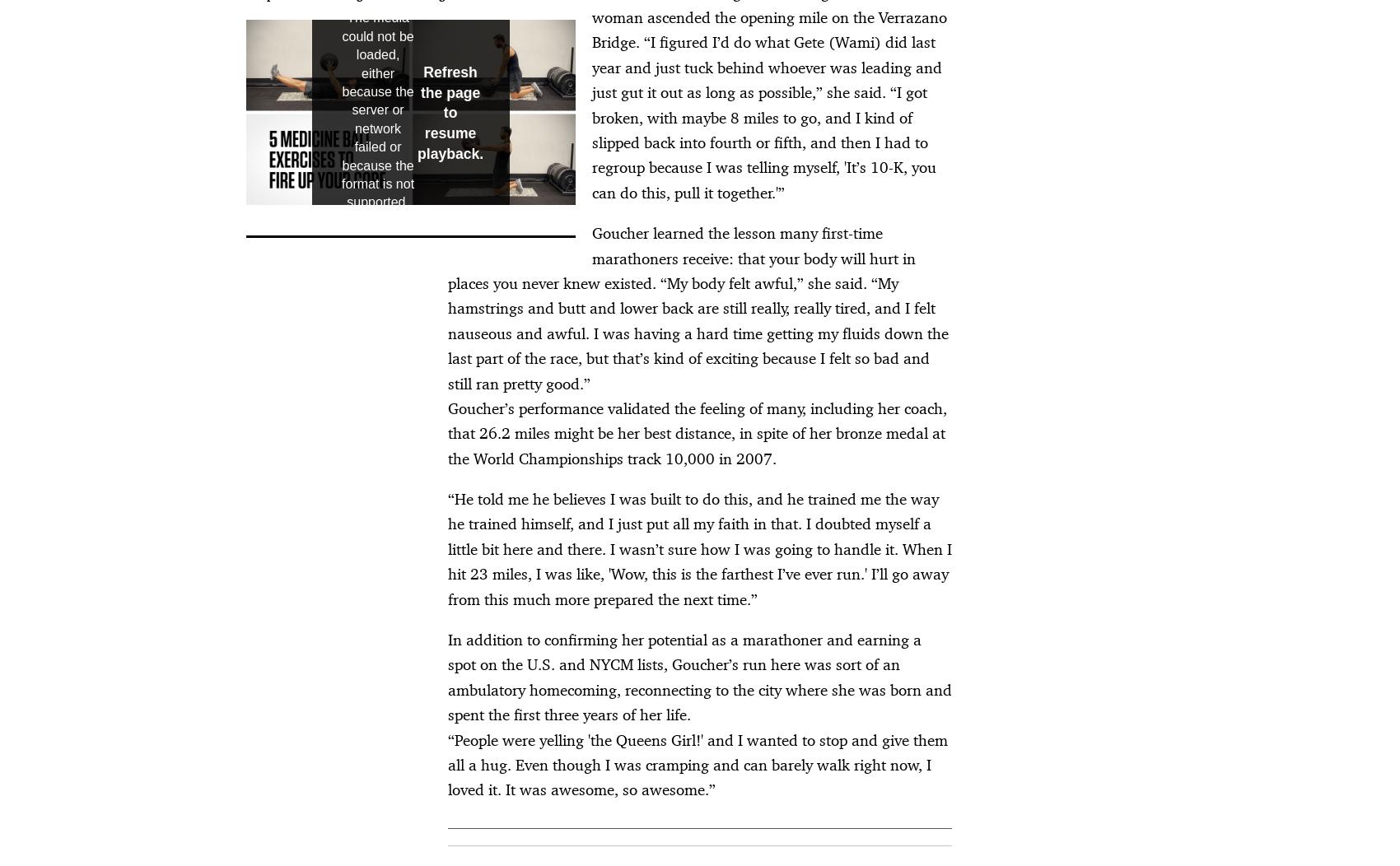 This screenshot has width=1400, height=866. What do you see at coordinates (270, 462) in the screenshot?
I see `'Newsletter'` at bounding box center [270, 462].